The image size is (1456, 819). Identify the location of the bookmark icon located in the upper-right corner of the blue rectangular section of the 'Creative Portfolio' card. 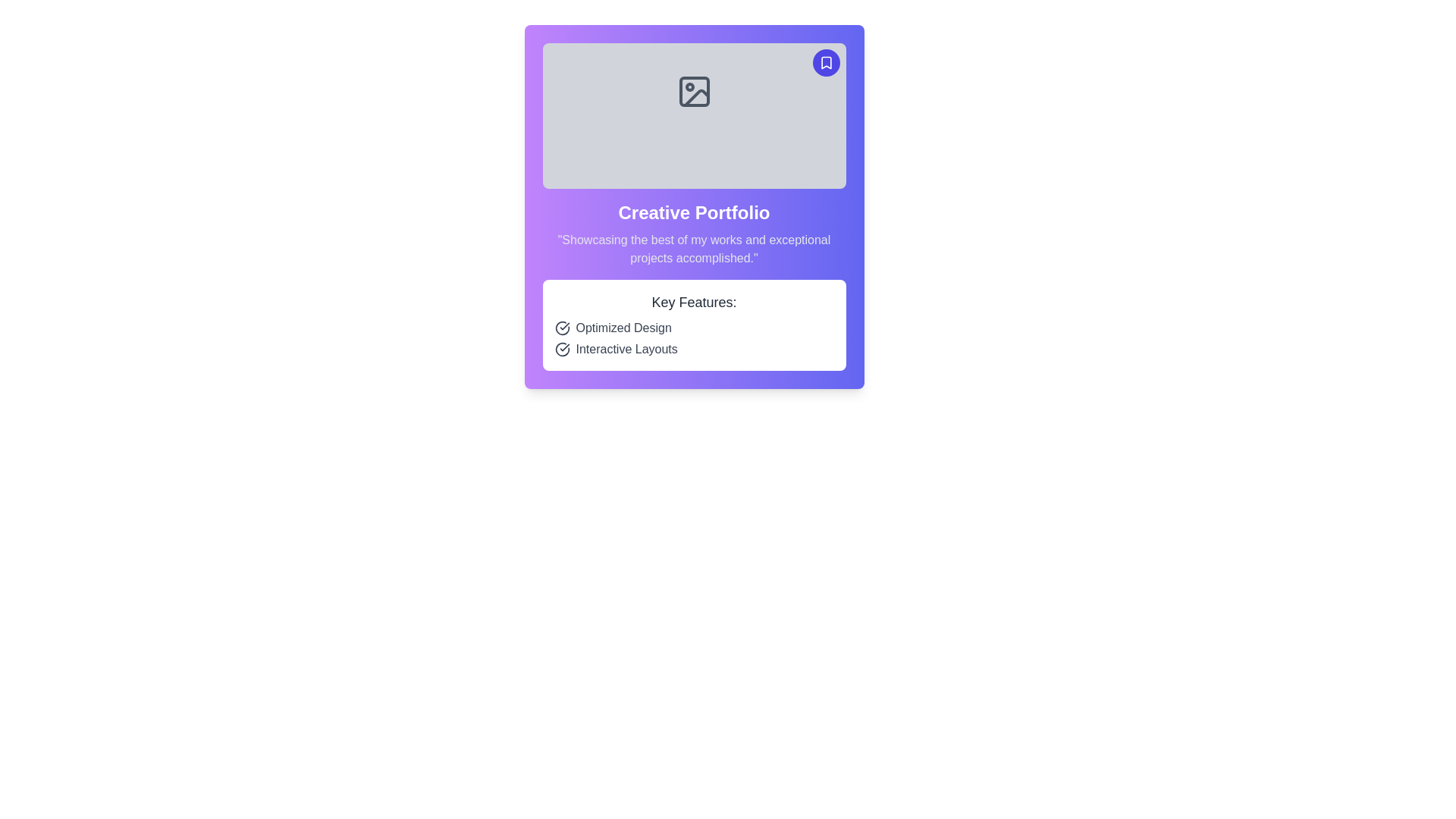
(825, 62).